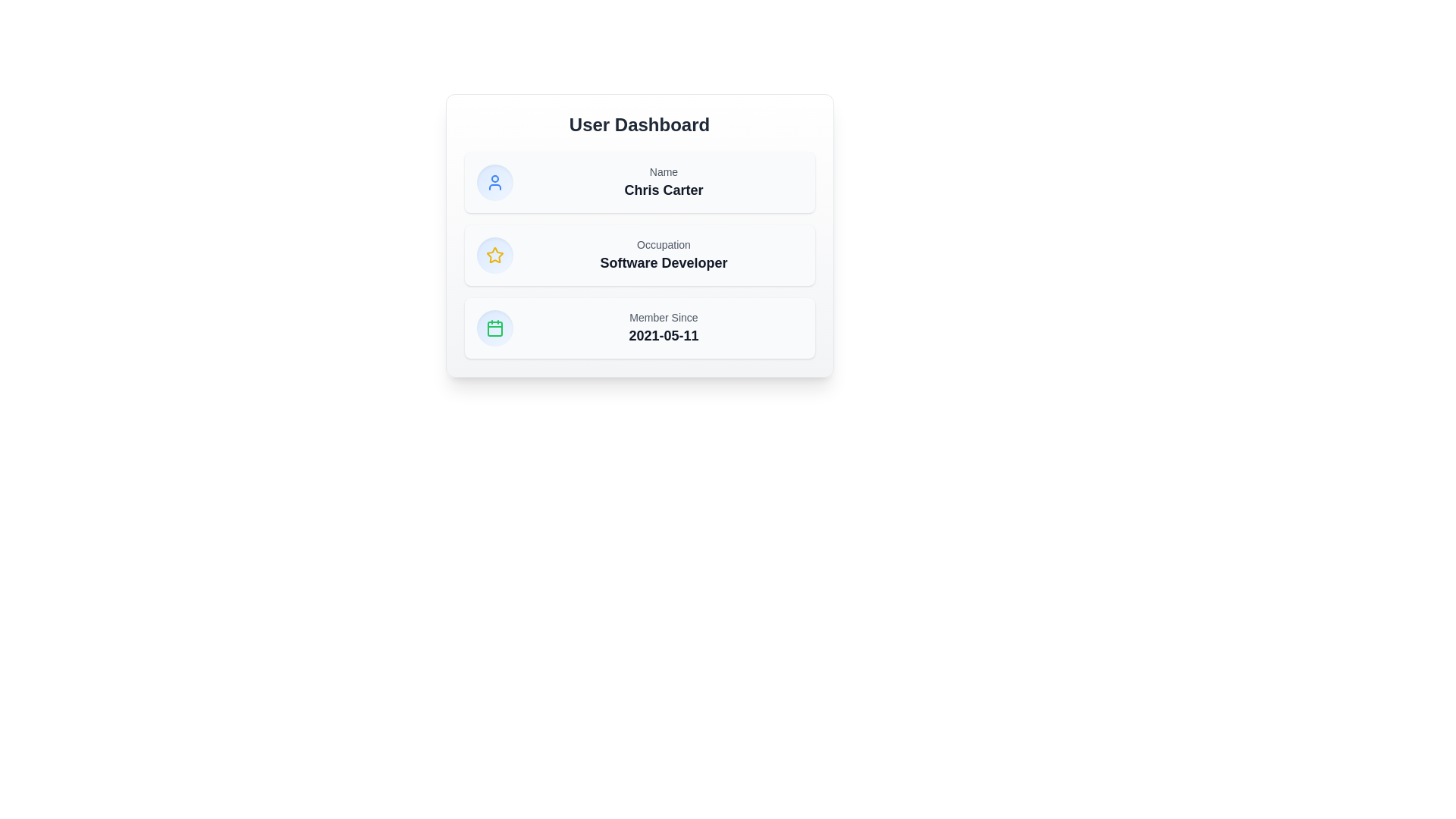 This screenshot has width=1456, height=819. I want to click on the star icon located in the 'Occupation' section of the user dashboard, which is associated with the text 'Software Developer.', so click(494, 254).